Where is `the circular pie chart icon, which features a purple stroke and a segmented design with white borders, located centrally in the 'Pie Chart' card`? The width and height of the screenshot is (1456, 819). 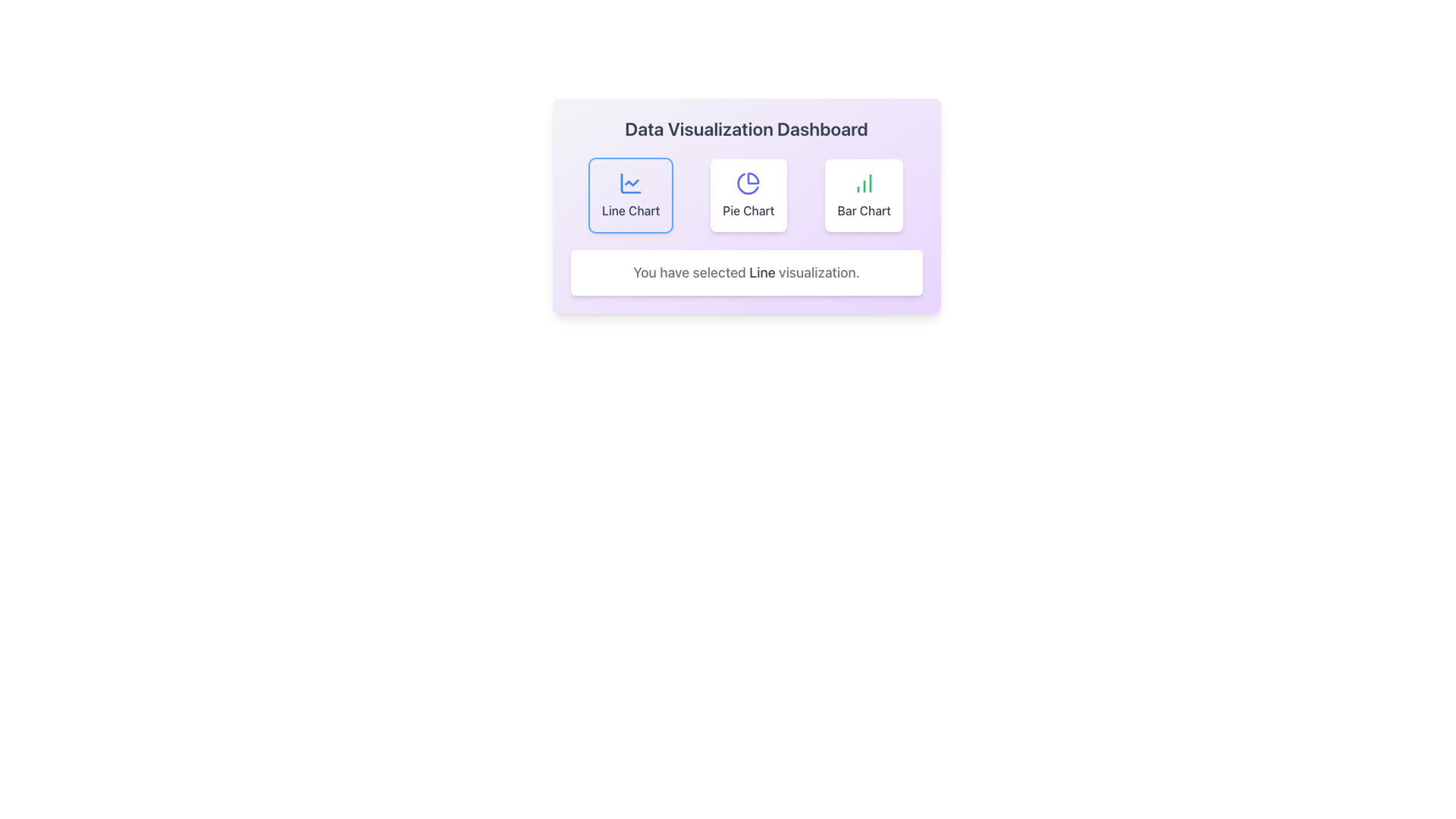
the circular pie chart icon, which features a purple stroke and a segmented design with white borders, located centrally in the 'Pie Chart' card is located at coordinates (748, 183).